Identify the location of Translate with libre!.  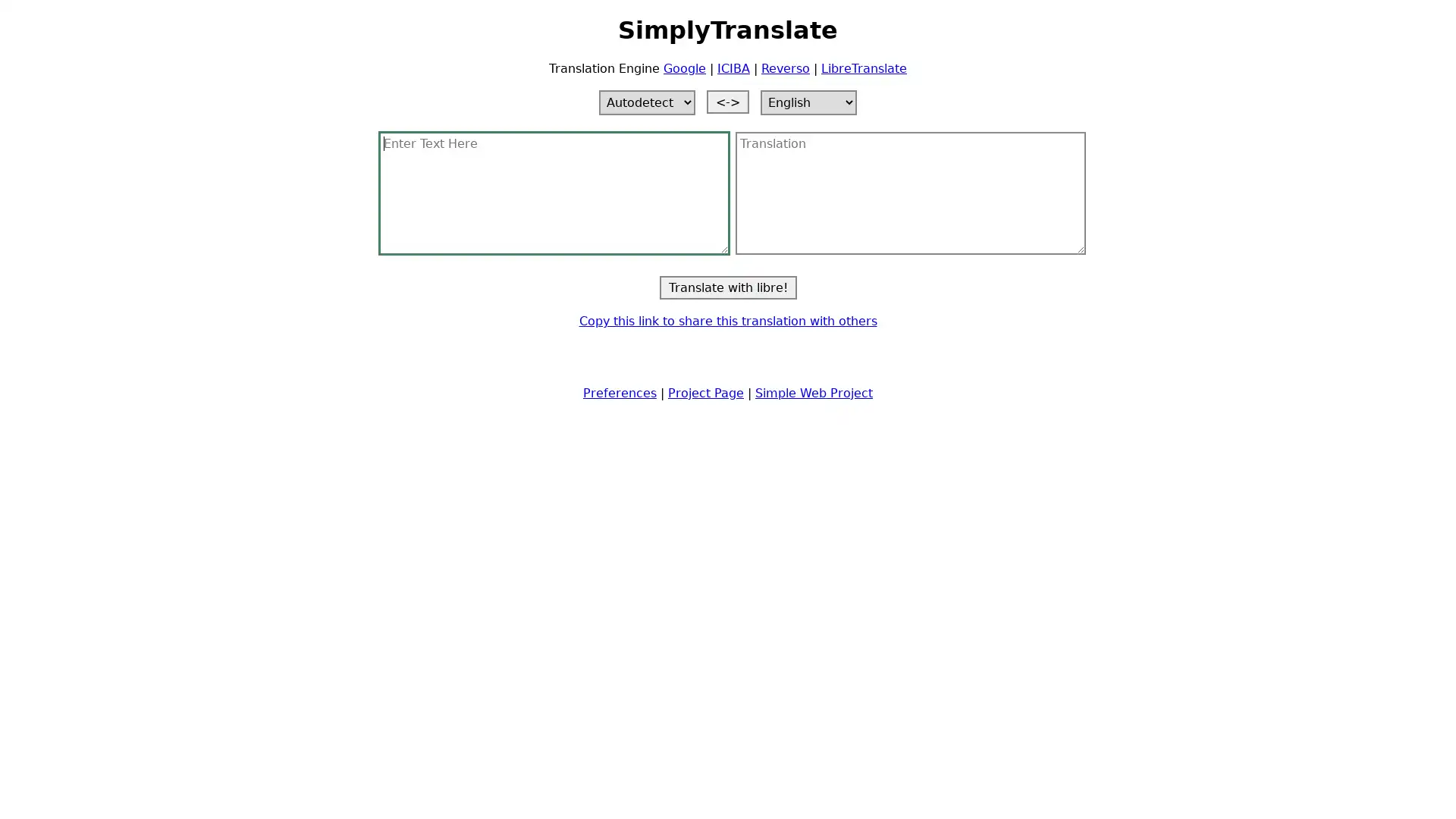
(726, 287).